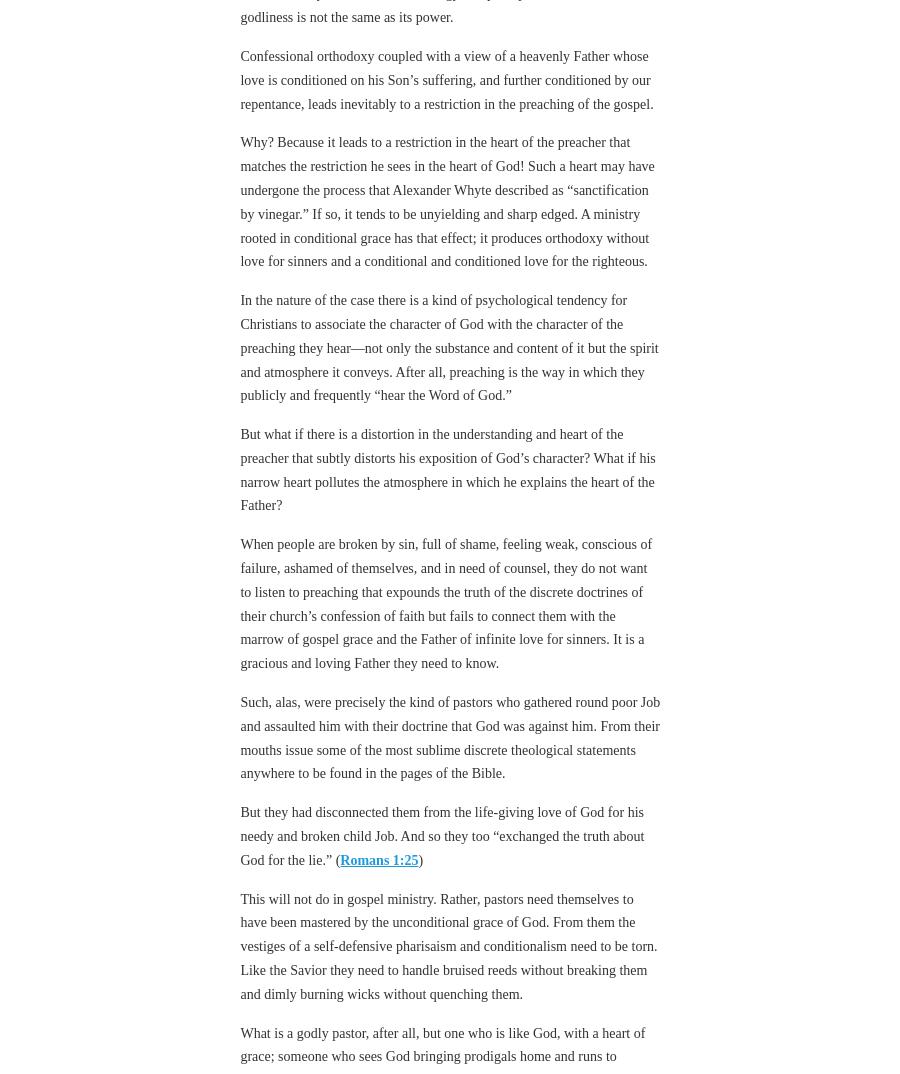 The height and width of the screenshot is (1074, 900). I want to click on 'In the nature of the case there is a kind of psychological tendency for Christians to associate the character of God with the character of the preaching they hear—not only the substance and content of it but the spirit and atmosphere it conveys. After all, preaching is the way in which they publicly and frequently “hear the Word of God.”', so click(449, 292).